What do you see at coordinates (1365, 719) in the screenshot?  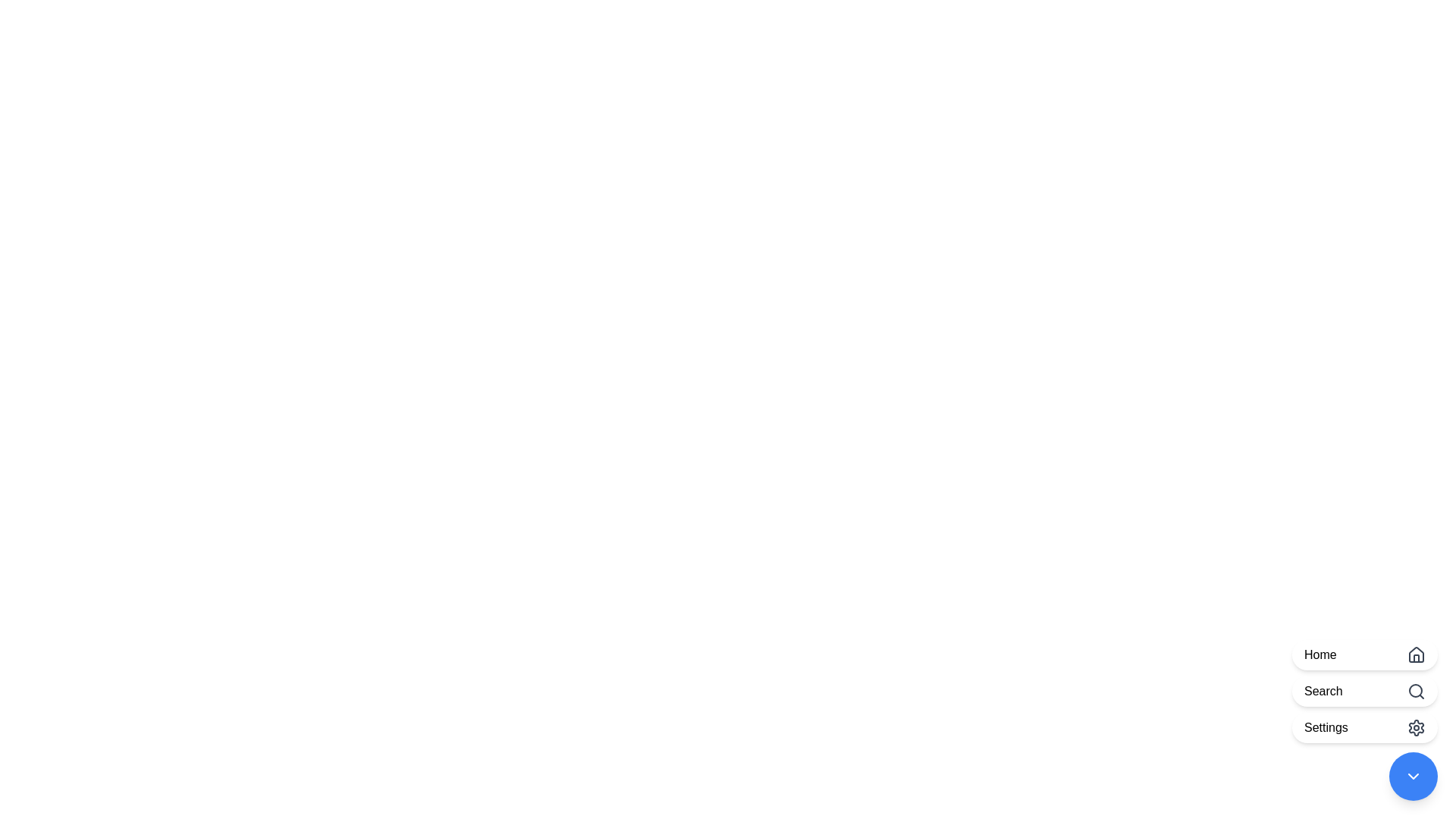 I see `the settings button located in the bottom-right region of the interface, which is the third item in a vertical list of buttons` at bounding box center [1365, 719].